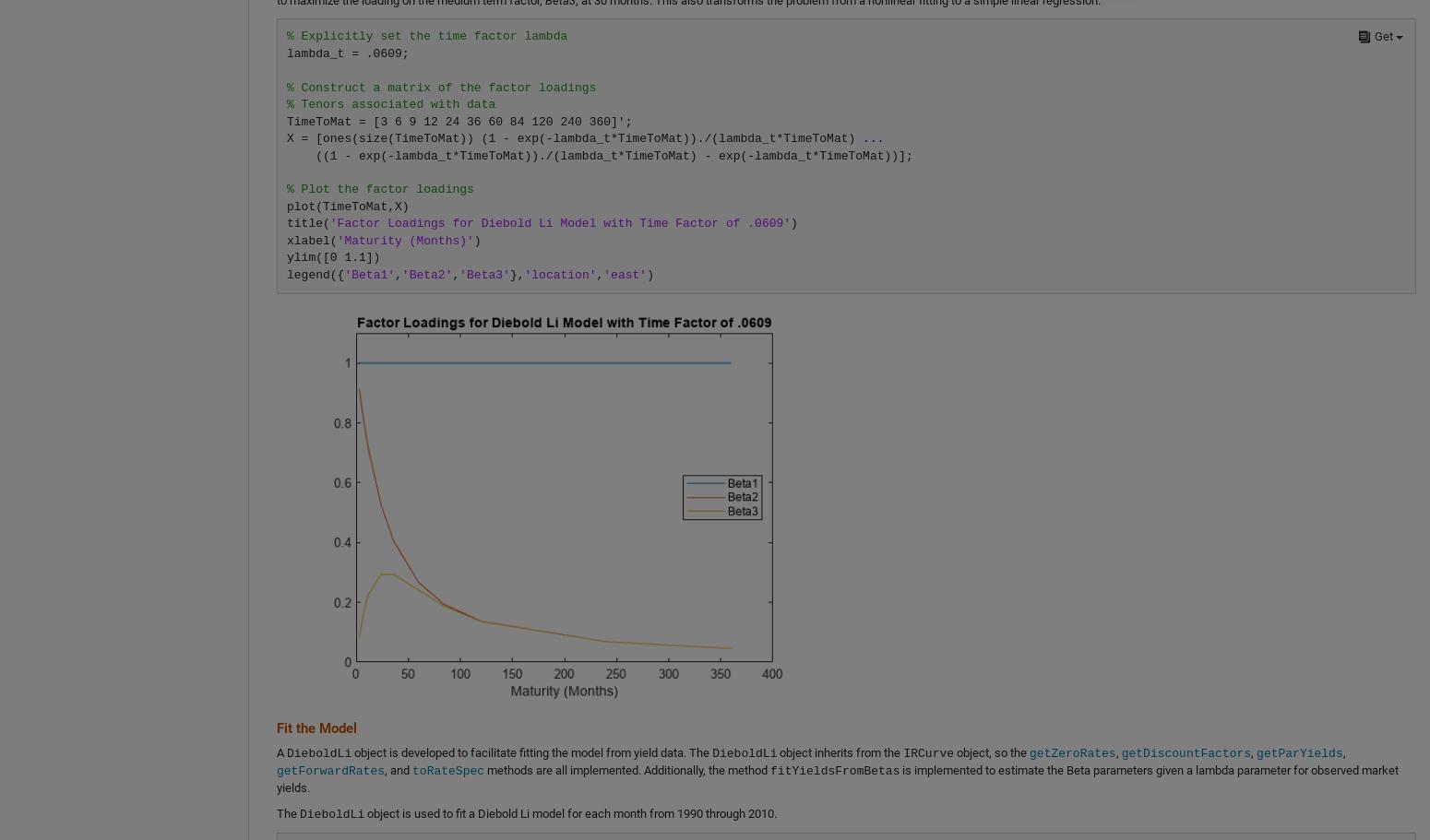 This screenshot has height=840, width=1430. What do you see at coordinates (1071, 752) in the screenshot?
I see `'getZeroRates'` at bounding box center [1071, 752].